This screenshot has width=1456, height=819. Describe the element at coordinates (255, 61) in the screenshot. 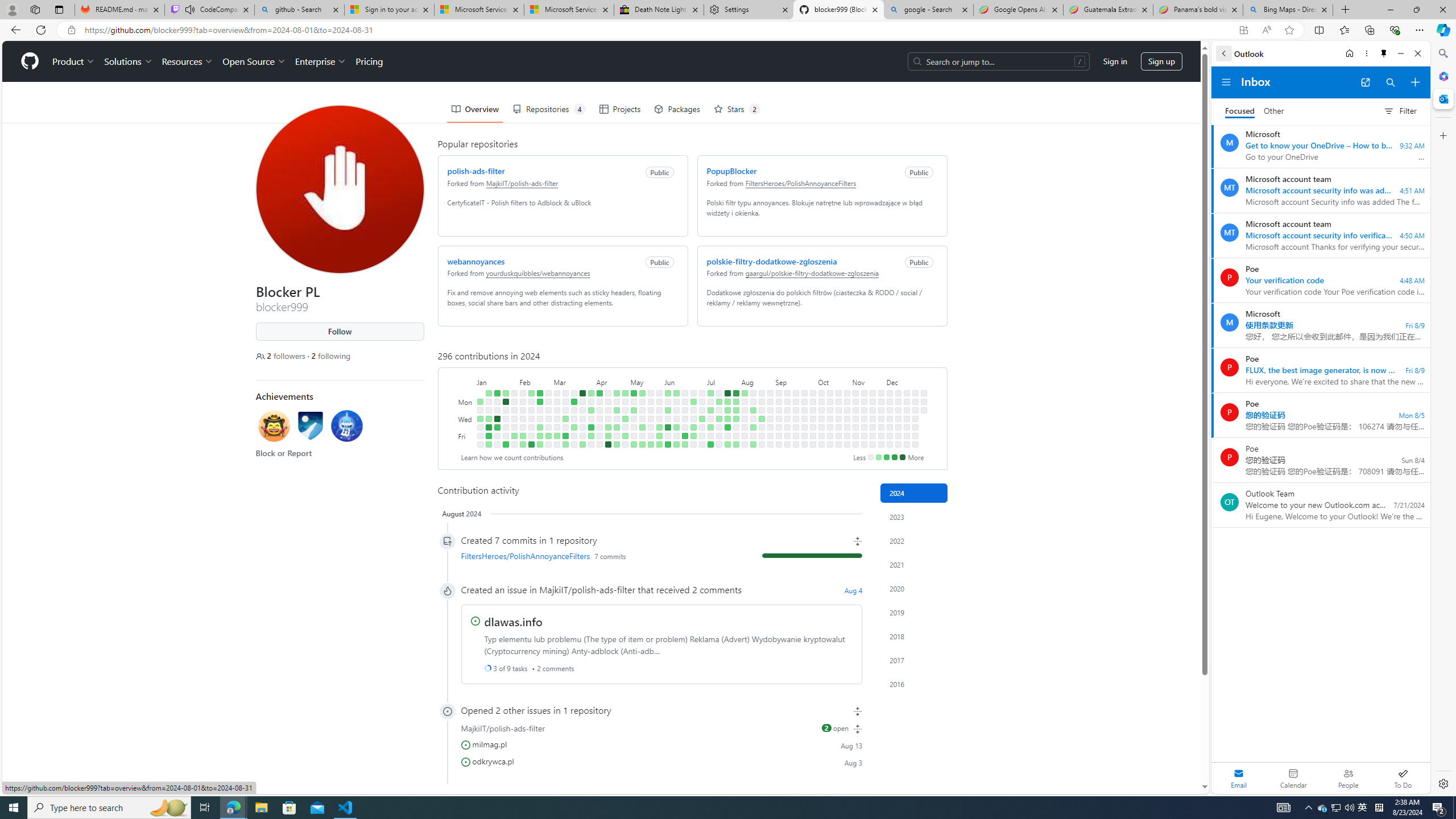

I see `'Open Source'` at that location.